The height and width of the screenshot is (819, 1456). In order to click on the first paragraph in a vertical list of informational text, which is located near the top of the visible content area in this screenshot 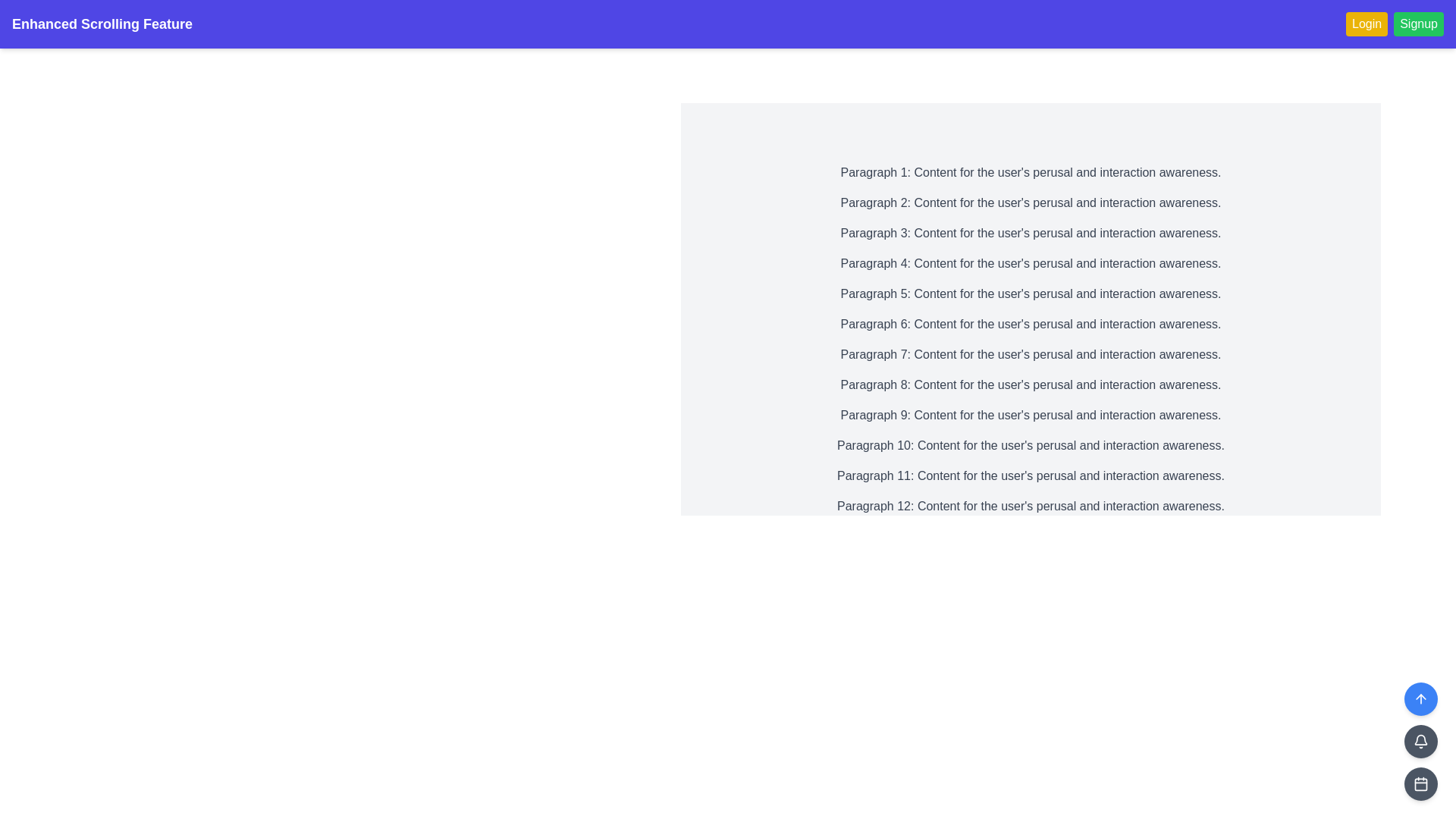, I will do `click(1031, 171)`.